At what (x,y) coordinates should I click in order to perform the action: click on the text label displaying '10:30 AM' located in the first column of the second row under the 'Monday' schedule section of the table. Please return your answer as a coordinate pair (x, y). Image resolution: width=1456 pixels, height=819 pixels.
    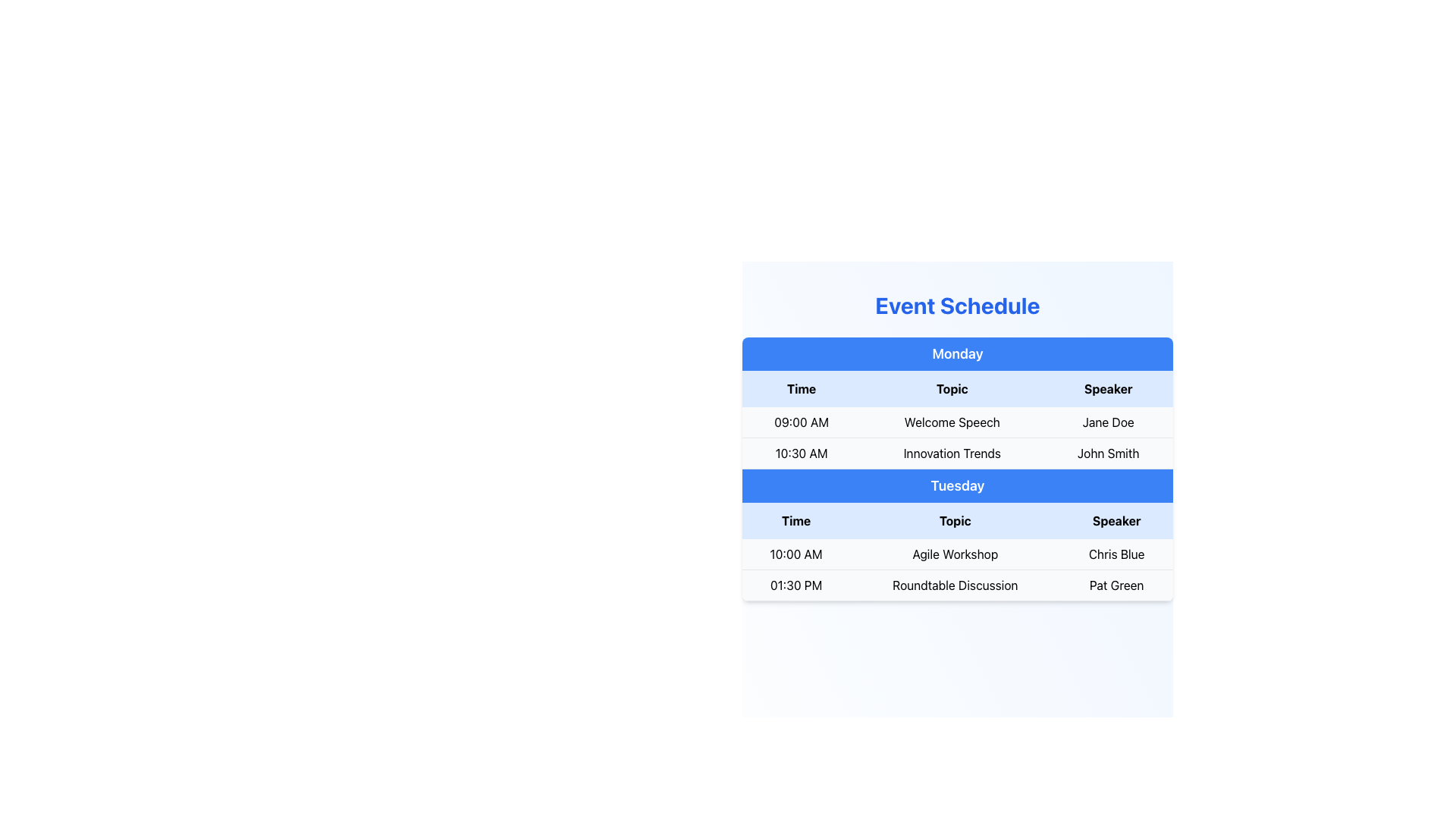
    Looking at the image, I should click on (801, 452).